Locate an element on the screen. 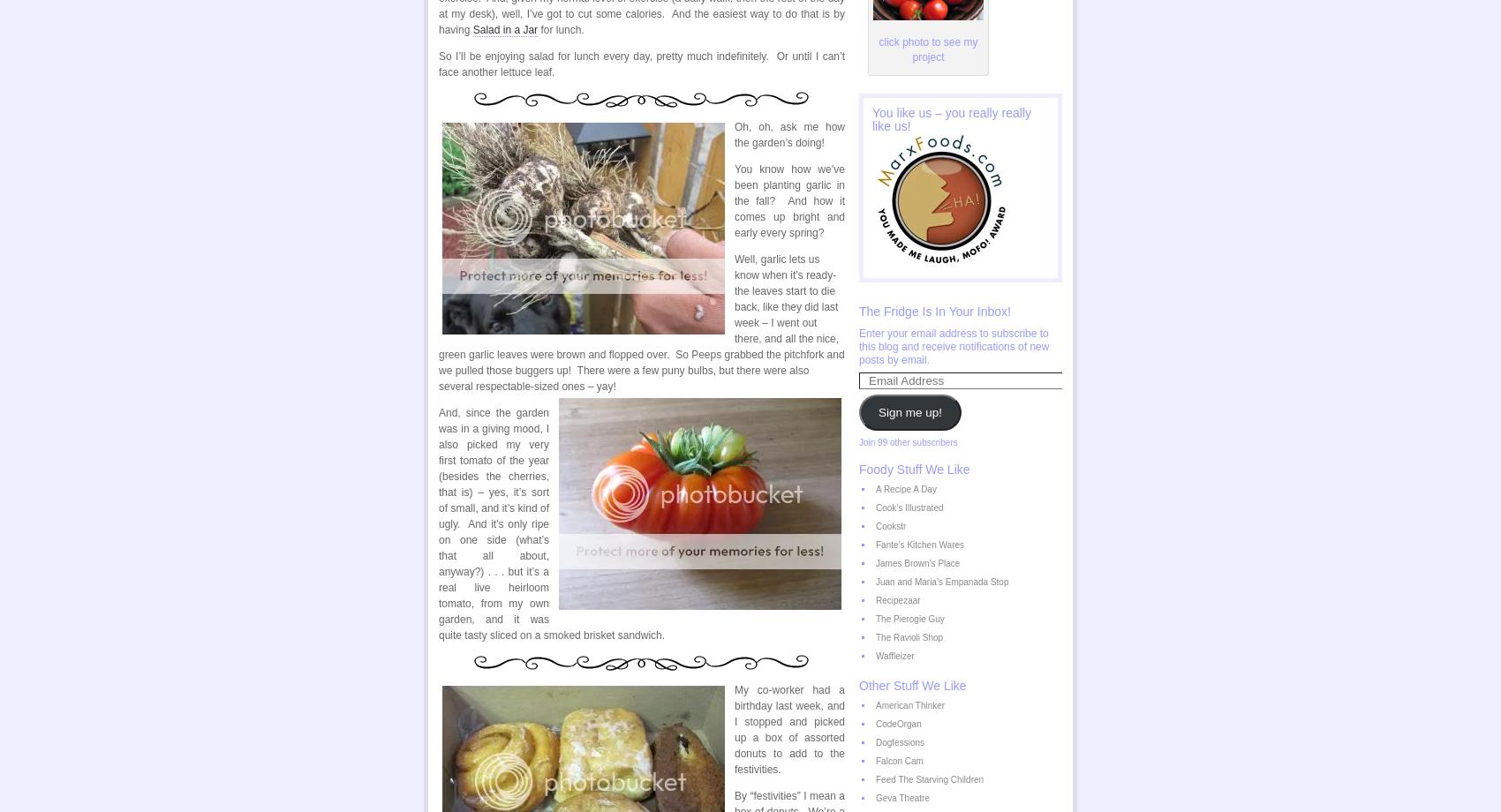 Image resolution: width=1501 pixels, height=812 pixels. 'Waffleizer' is located at coordinates (894, 656).